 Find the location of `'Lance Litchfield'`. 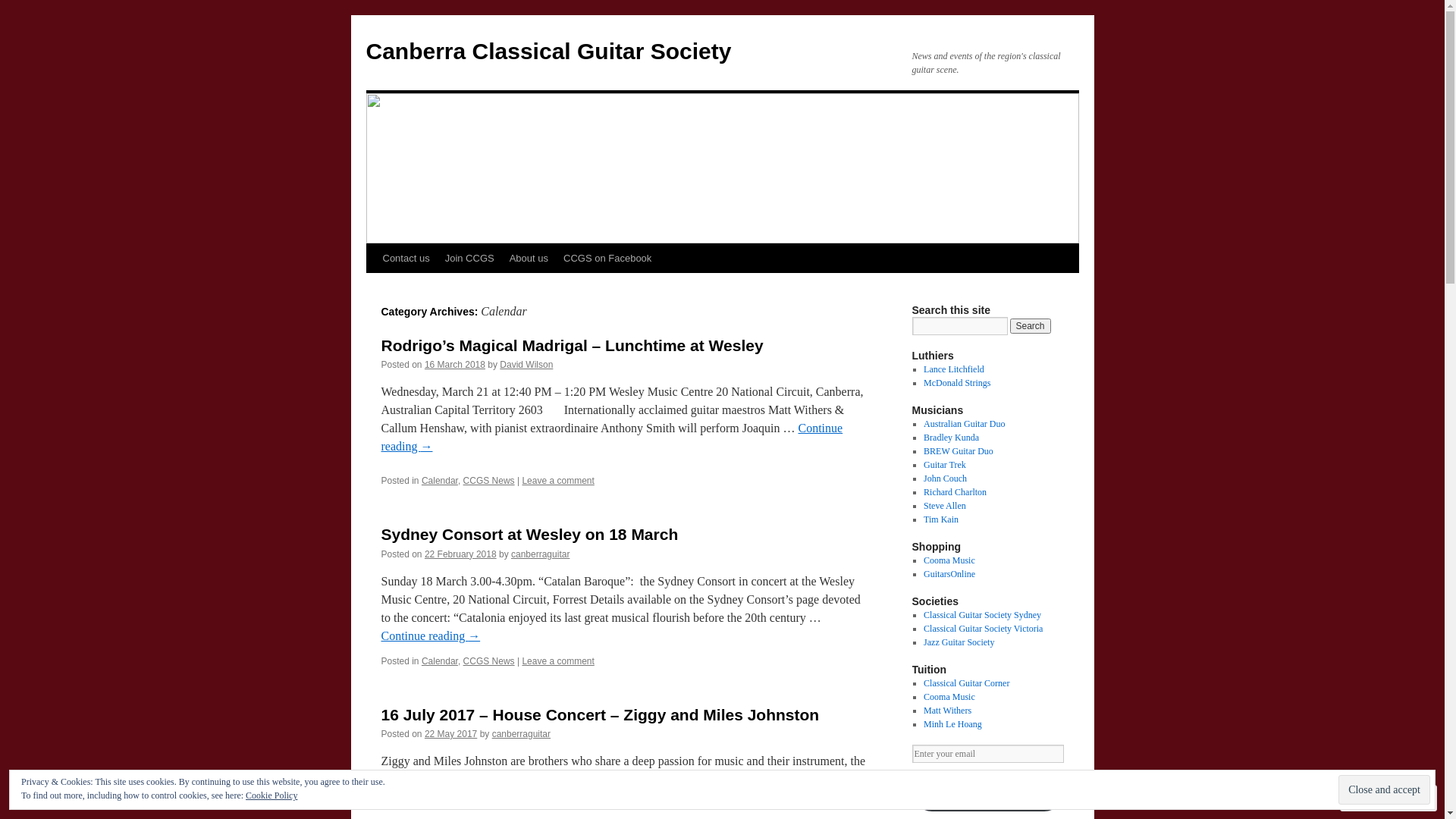

'Lance Litchfield' is located at coordinates (923, 369).